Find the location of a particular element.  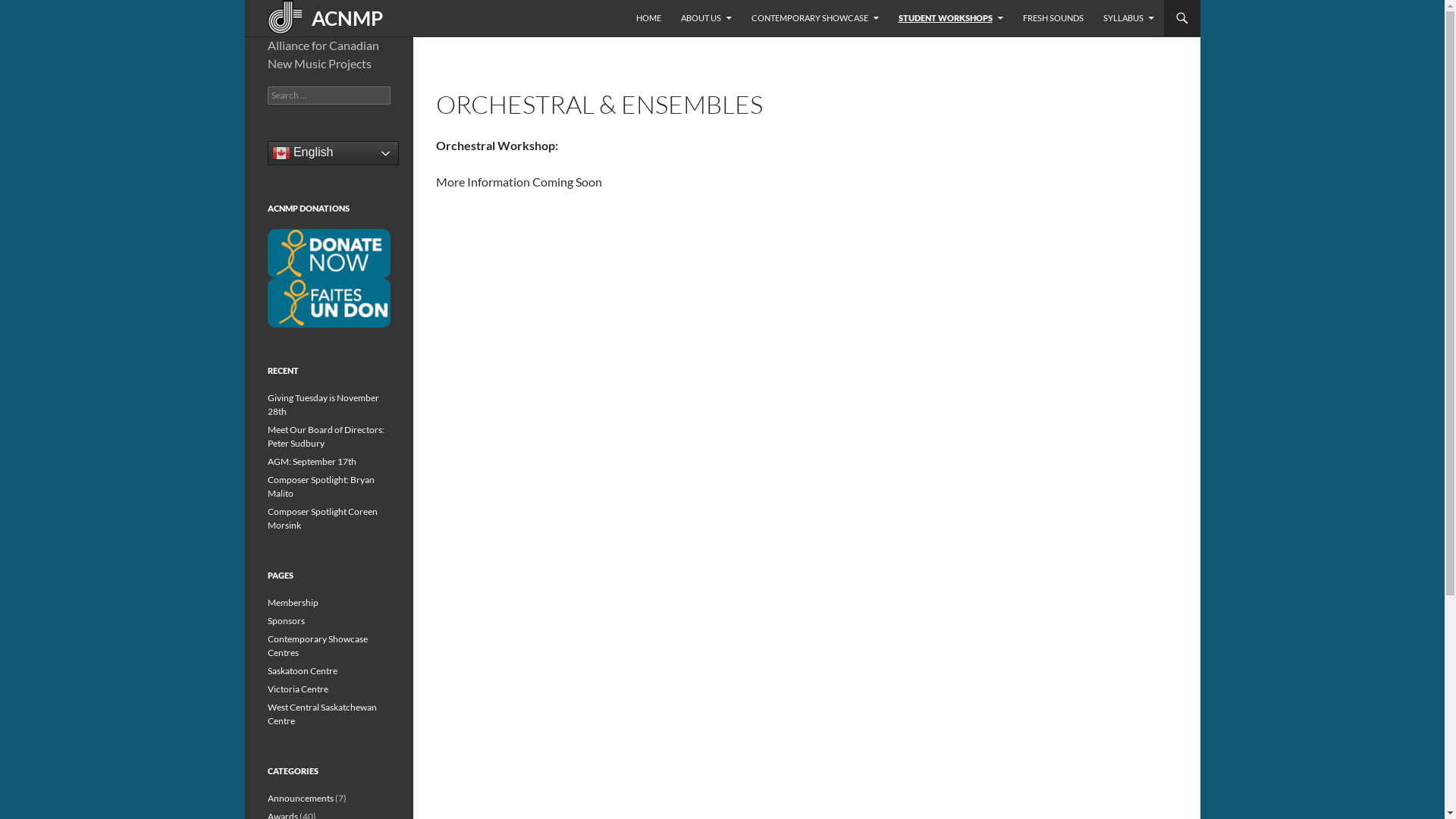

'ACNMP' is located at coordinates (318, 17).